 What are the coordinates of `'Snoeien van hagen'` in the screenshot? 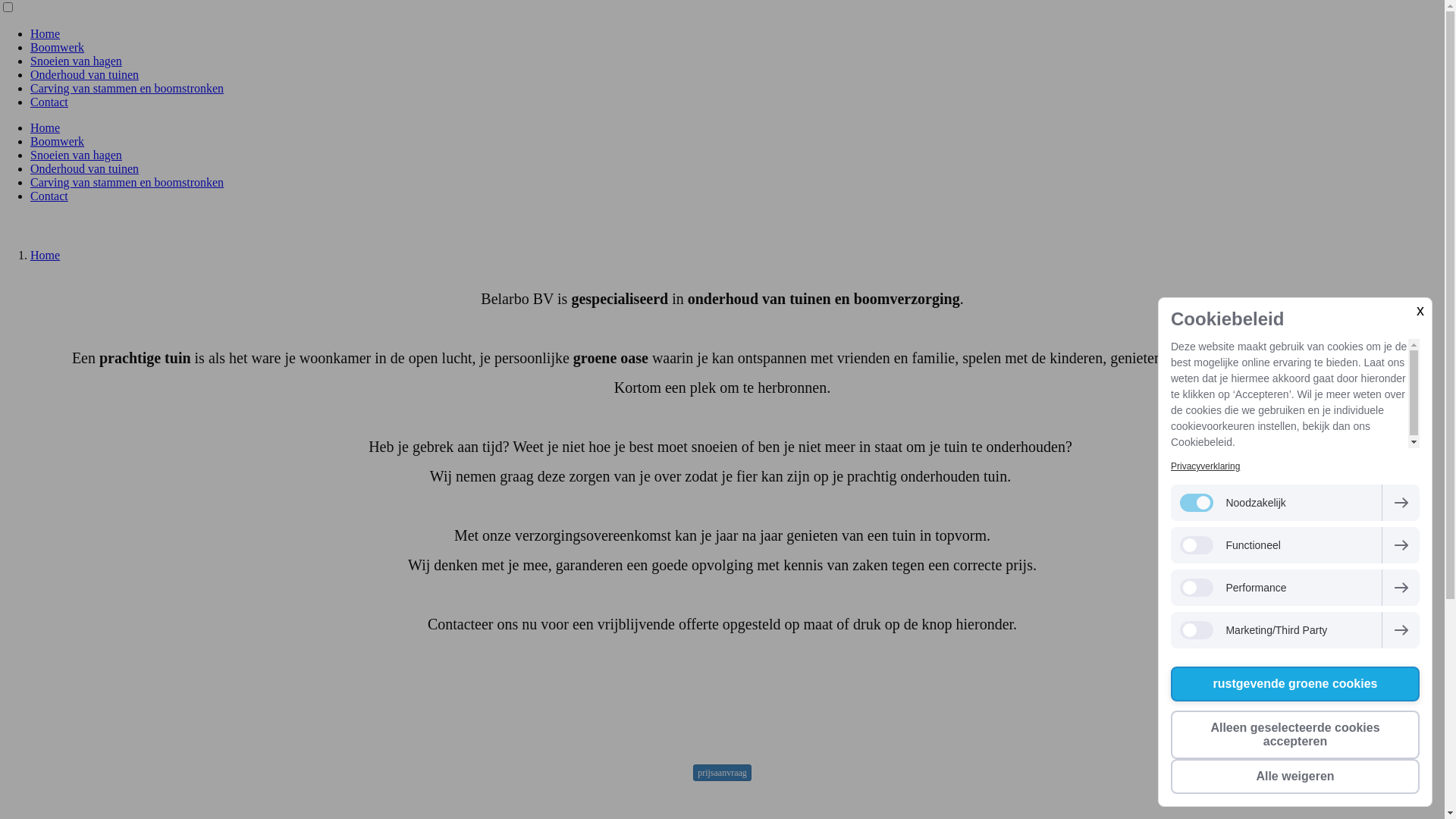 It's located at (30, 155).